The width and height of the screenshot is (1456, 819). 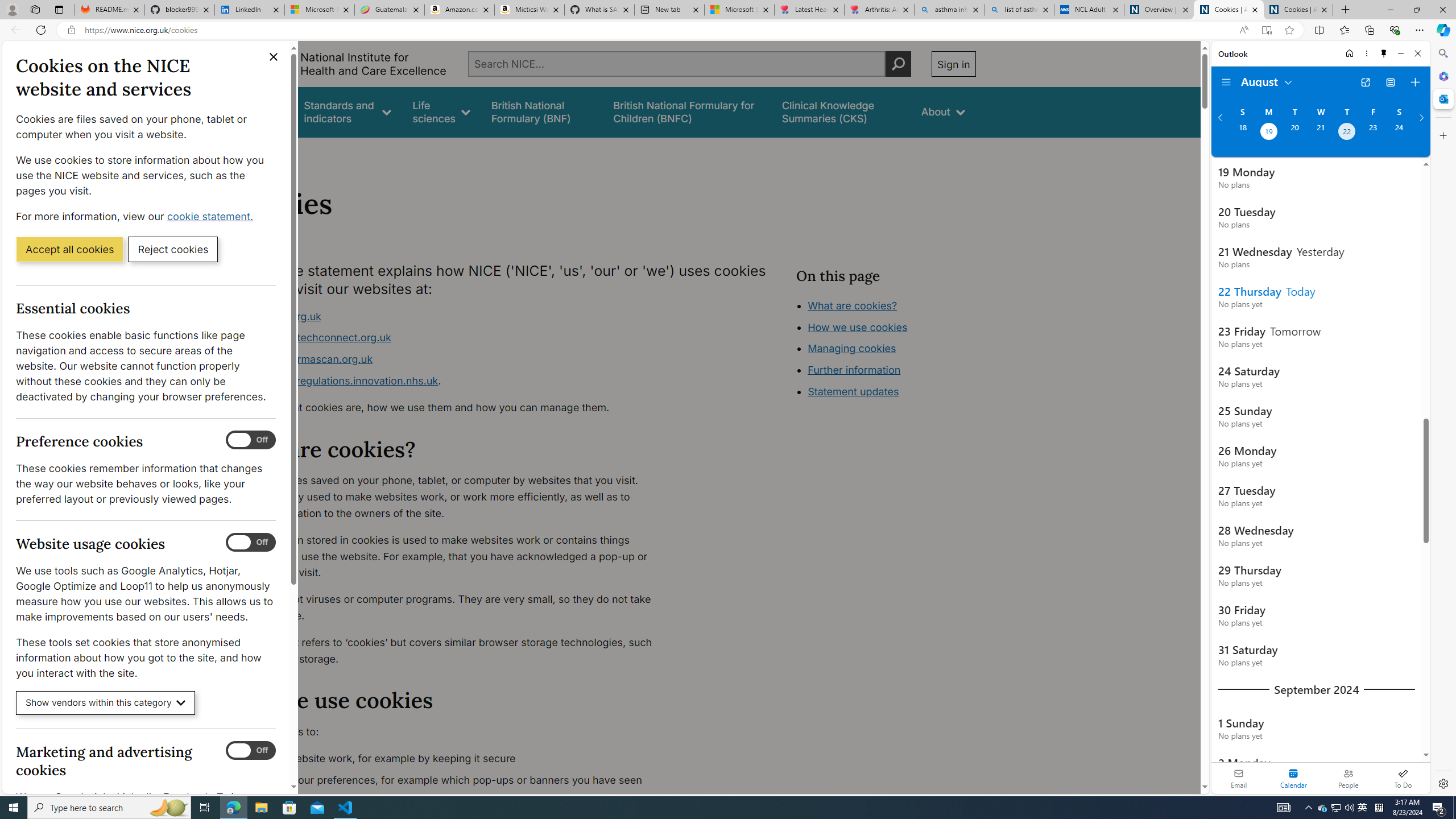 What do you see at coordinates (274, 56) in the screenshot?
I see `'Close cookie banner'` at bounding box center [274, 56].